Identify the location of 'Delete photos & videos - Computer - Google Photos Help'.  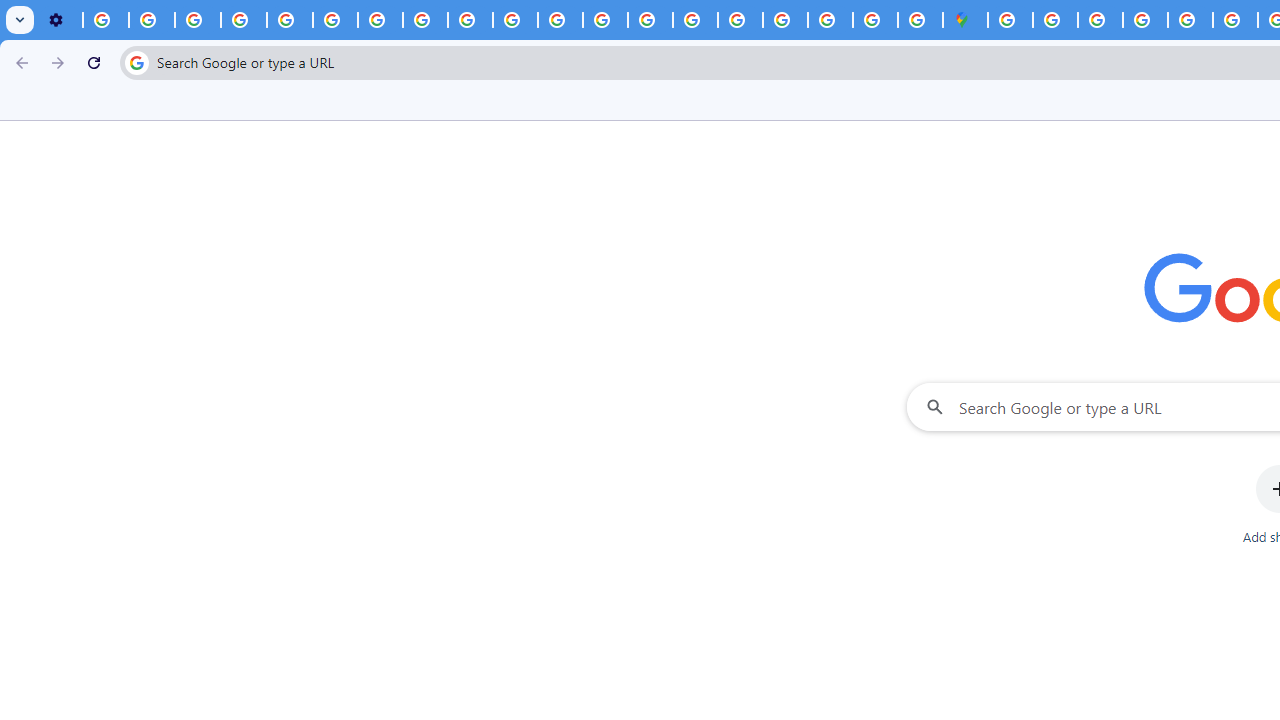
(105, 20).